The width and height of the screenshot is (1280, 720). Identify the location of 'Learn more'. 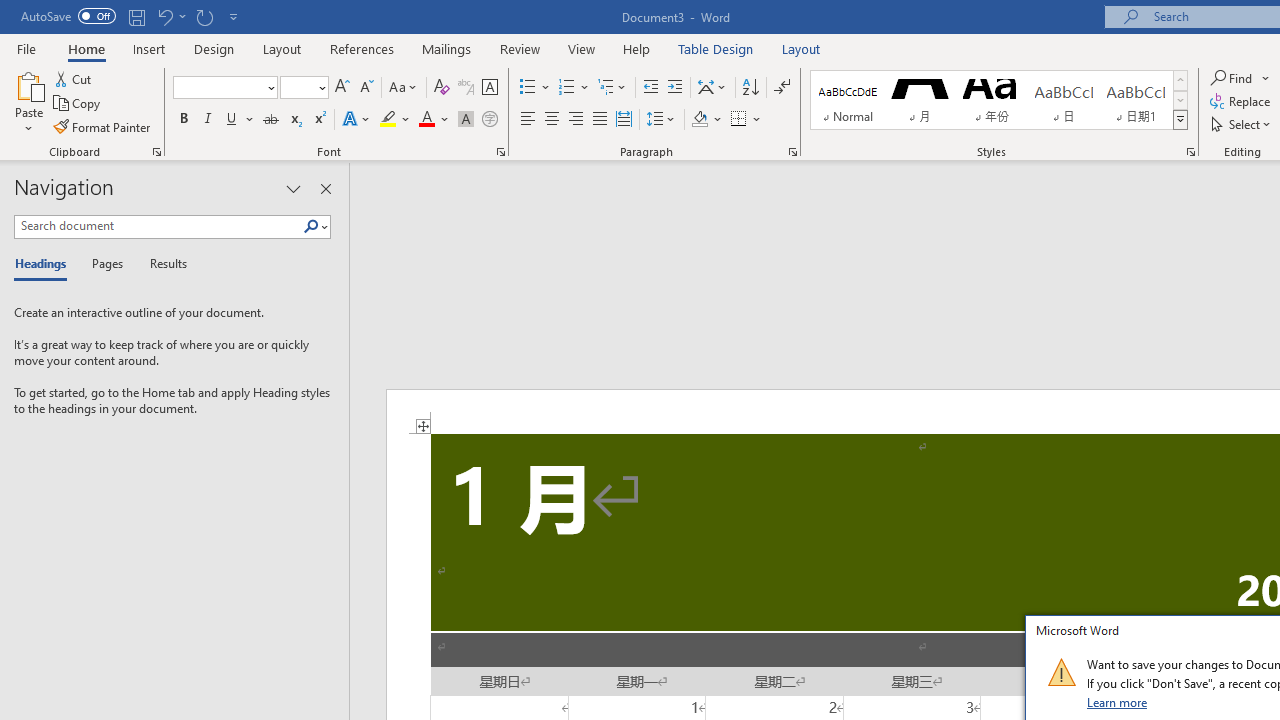
(1117, 701).